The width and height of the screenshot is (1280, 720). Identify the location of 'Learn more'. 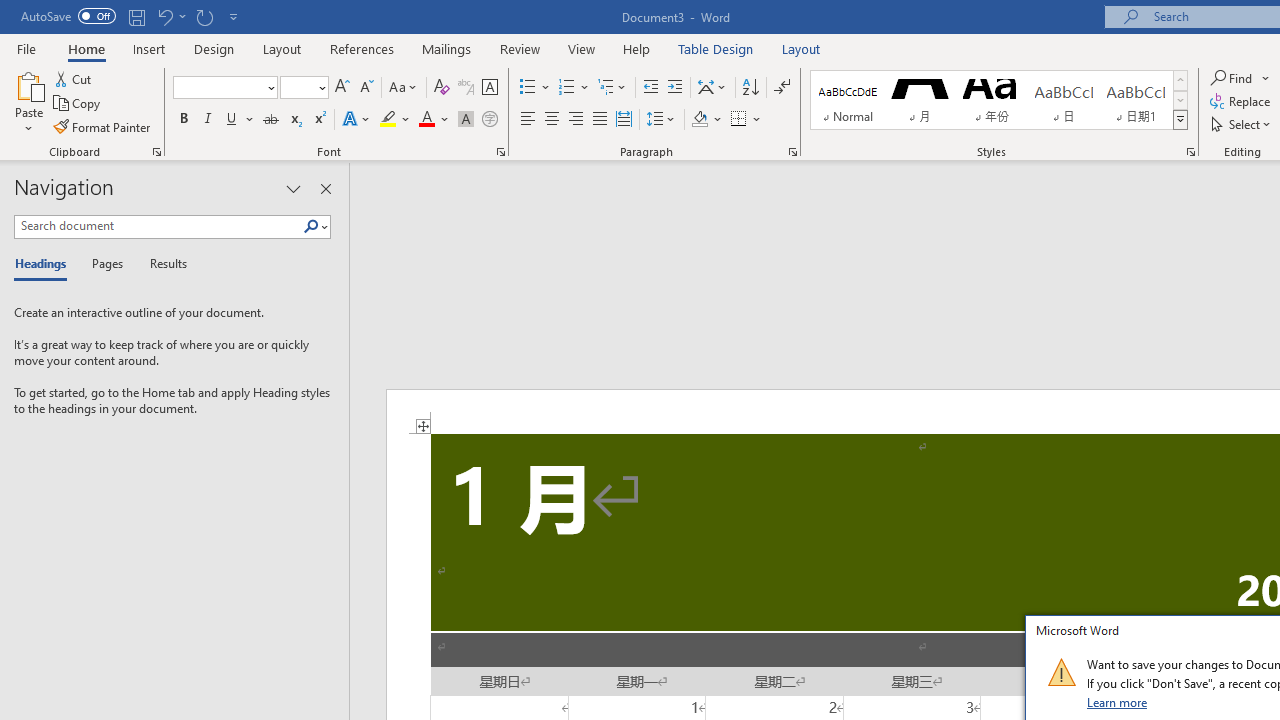
(1117, 701).